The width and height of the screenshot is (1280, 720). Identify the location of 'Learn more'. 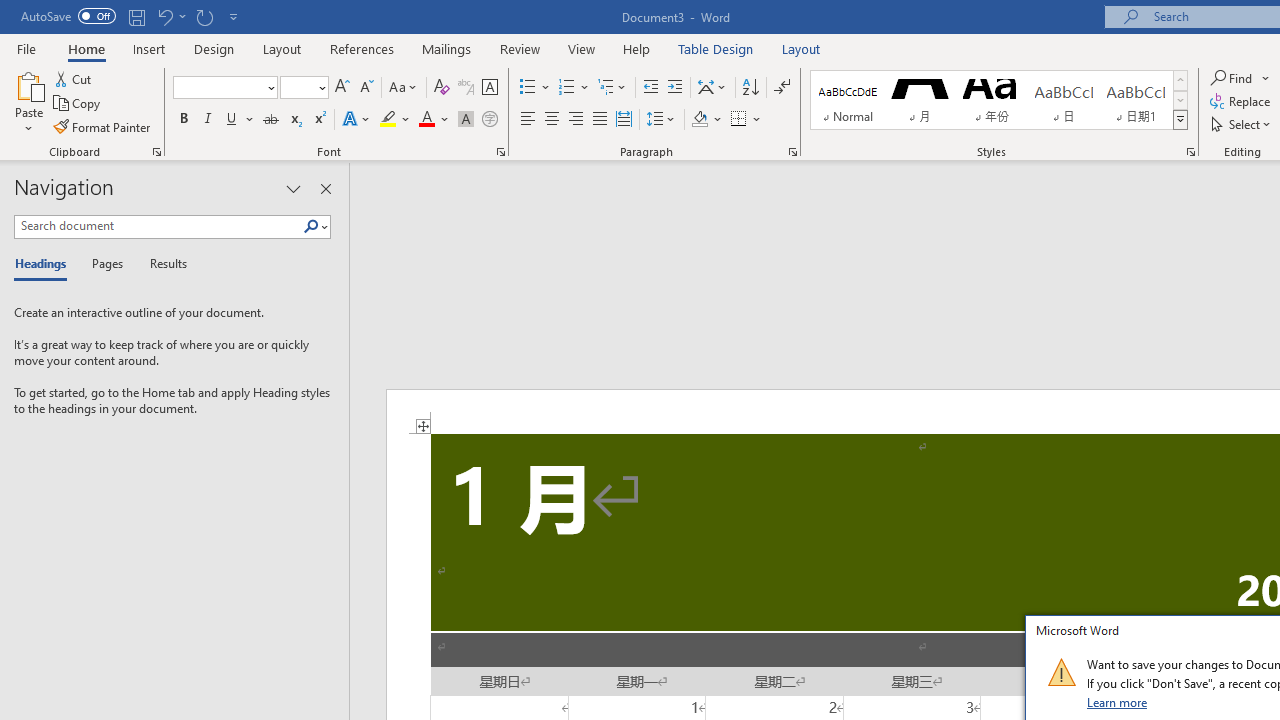
(1117, 701).